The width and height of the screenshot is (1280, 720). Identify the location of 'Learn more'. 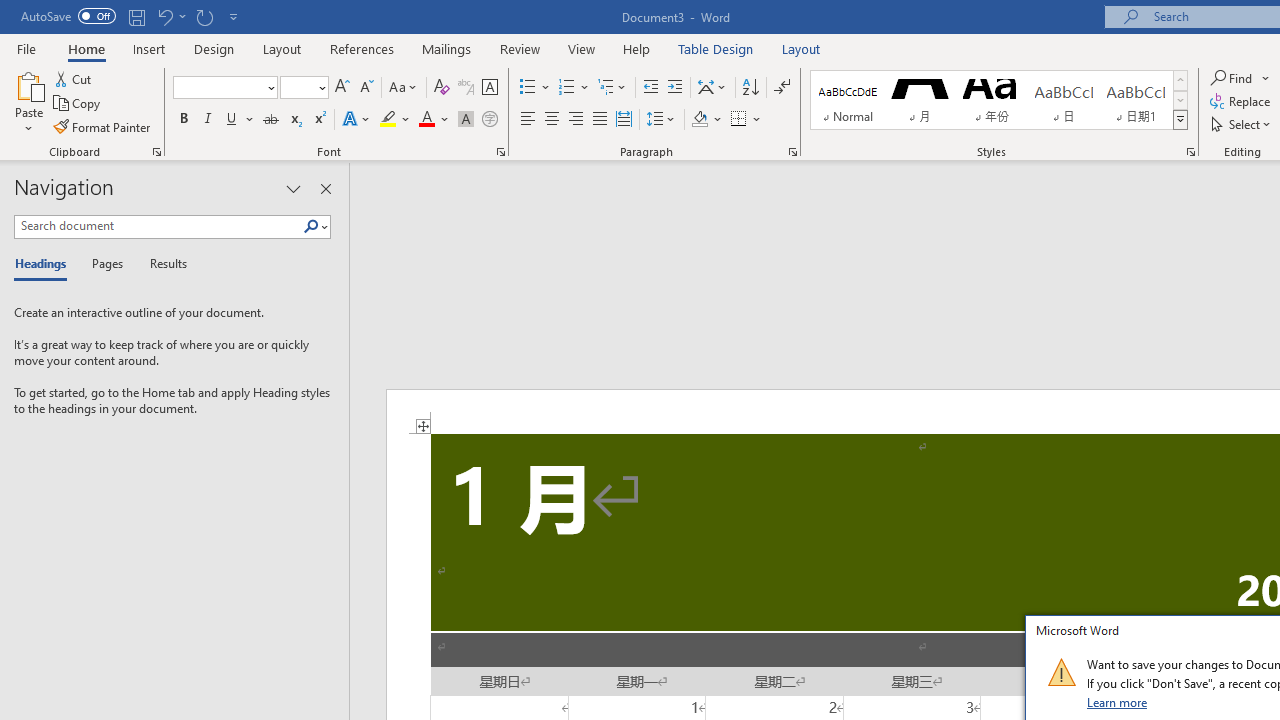
(1117, 701).